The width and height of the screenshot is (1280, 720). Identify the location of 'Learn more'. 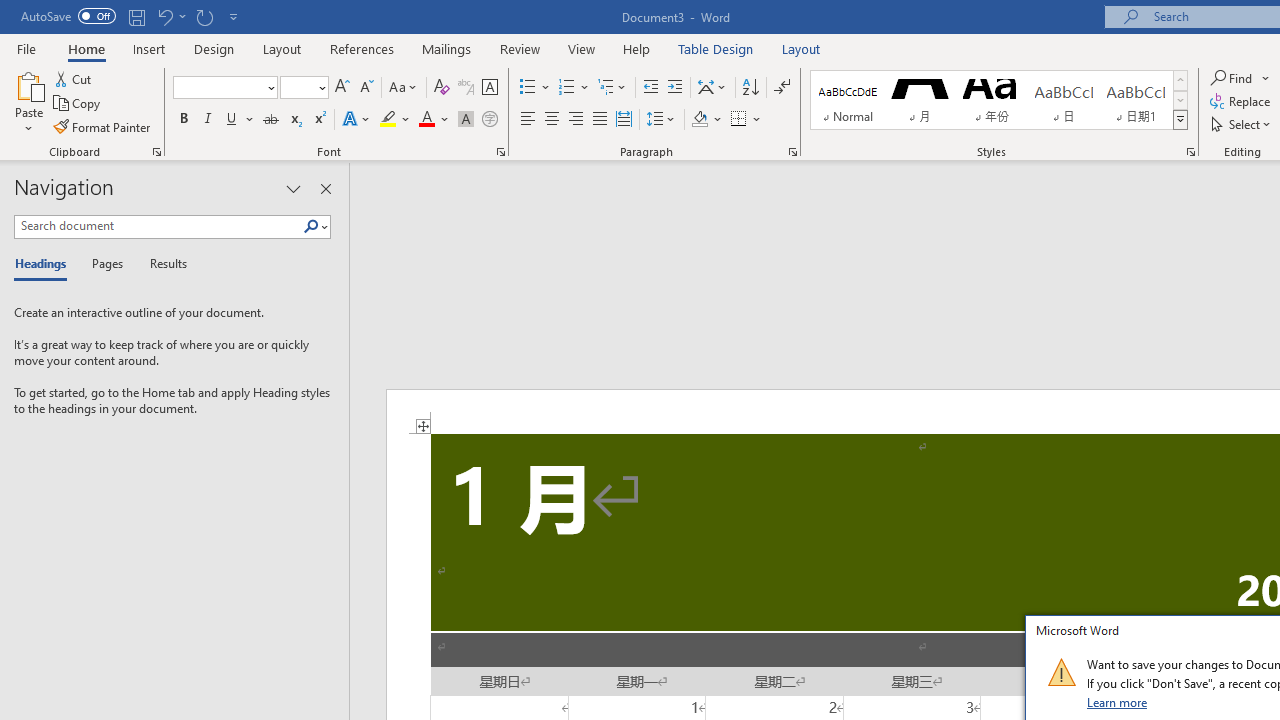
(1117, 701).